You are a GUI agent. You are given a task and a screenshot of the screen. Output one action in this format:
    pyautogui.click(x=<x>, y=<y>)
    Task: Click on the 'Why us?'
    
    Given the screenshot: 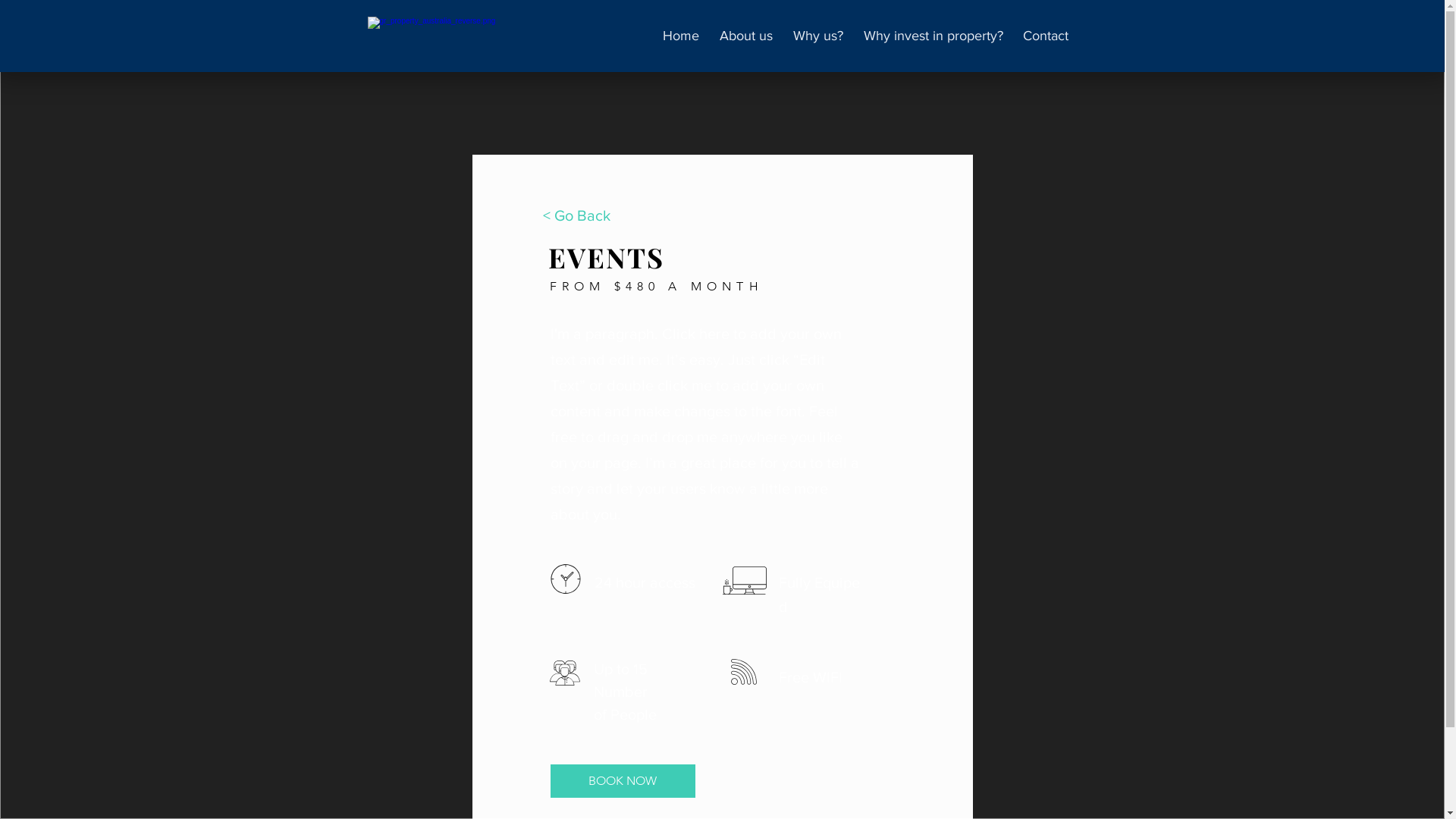 What is the action you would take?
    pyautogui.click(x=779, y=35)
    